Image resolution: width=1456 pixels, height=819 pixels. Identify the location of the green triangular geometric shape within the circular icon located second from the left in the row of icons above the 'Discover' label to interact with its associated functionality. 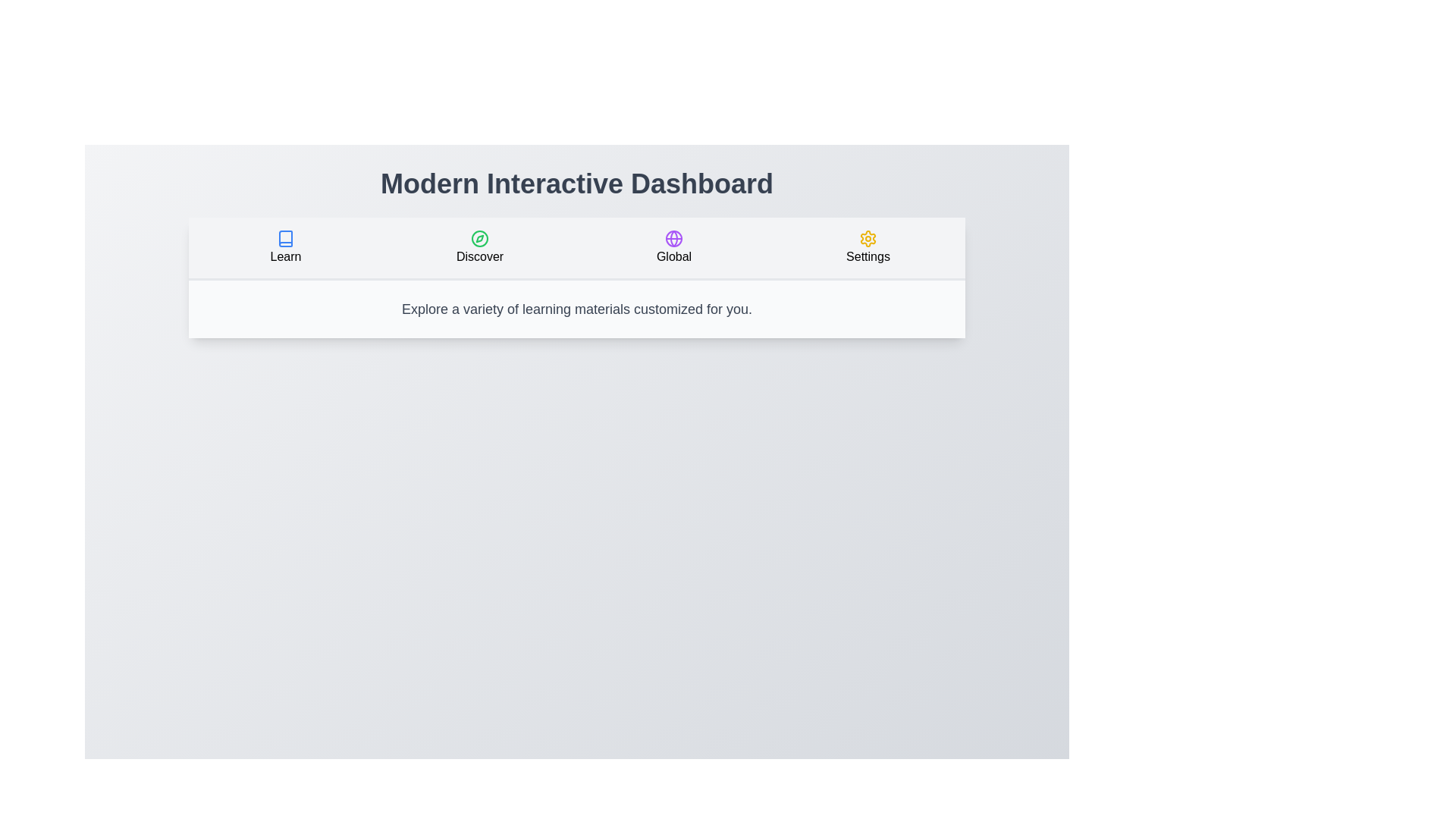
(479, 239).